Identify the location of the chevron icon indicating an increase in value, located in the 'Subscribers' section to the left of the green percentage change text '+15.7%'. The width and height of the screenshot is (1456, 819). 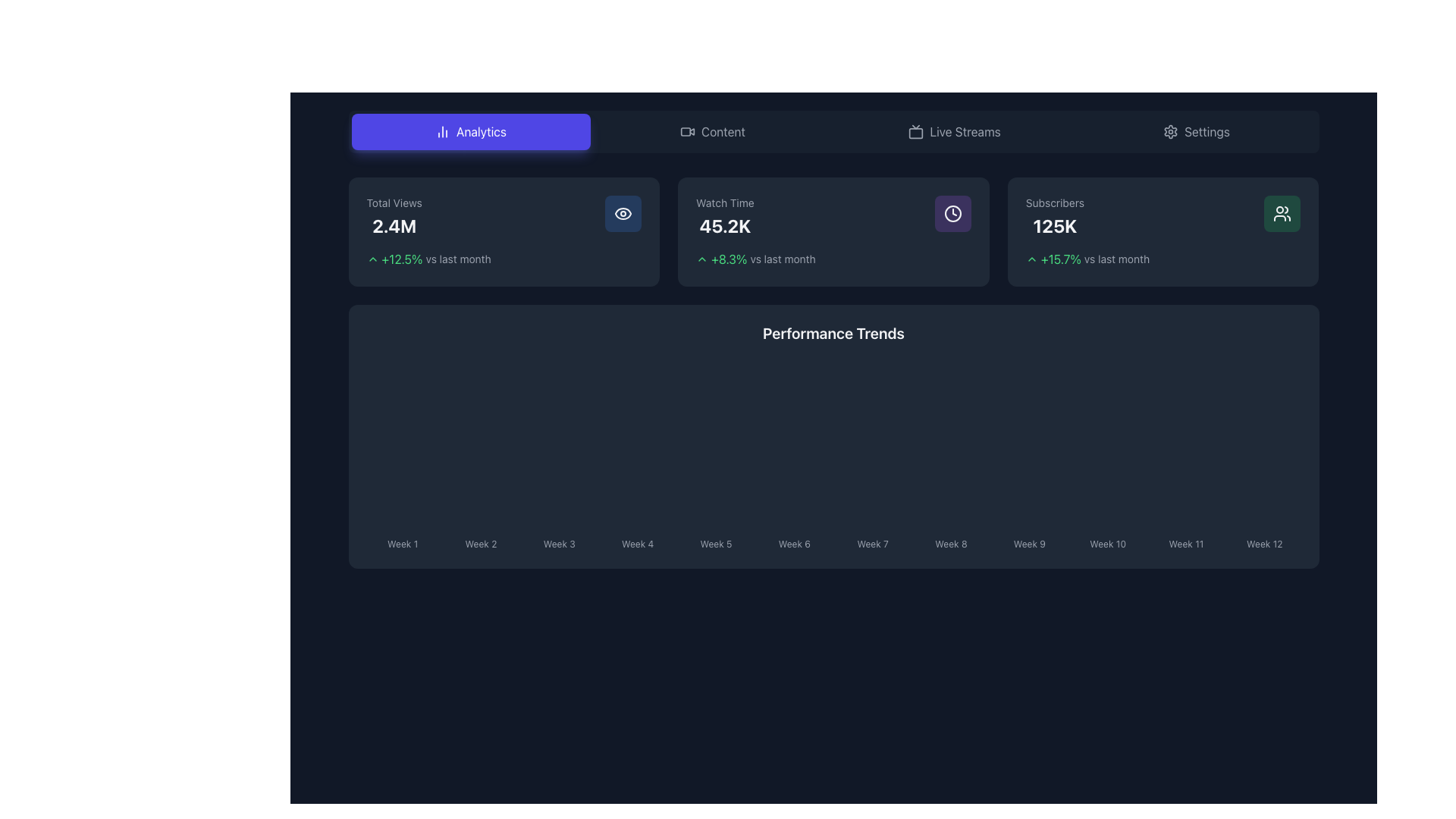
(1031, 259).